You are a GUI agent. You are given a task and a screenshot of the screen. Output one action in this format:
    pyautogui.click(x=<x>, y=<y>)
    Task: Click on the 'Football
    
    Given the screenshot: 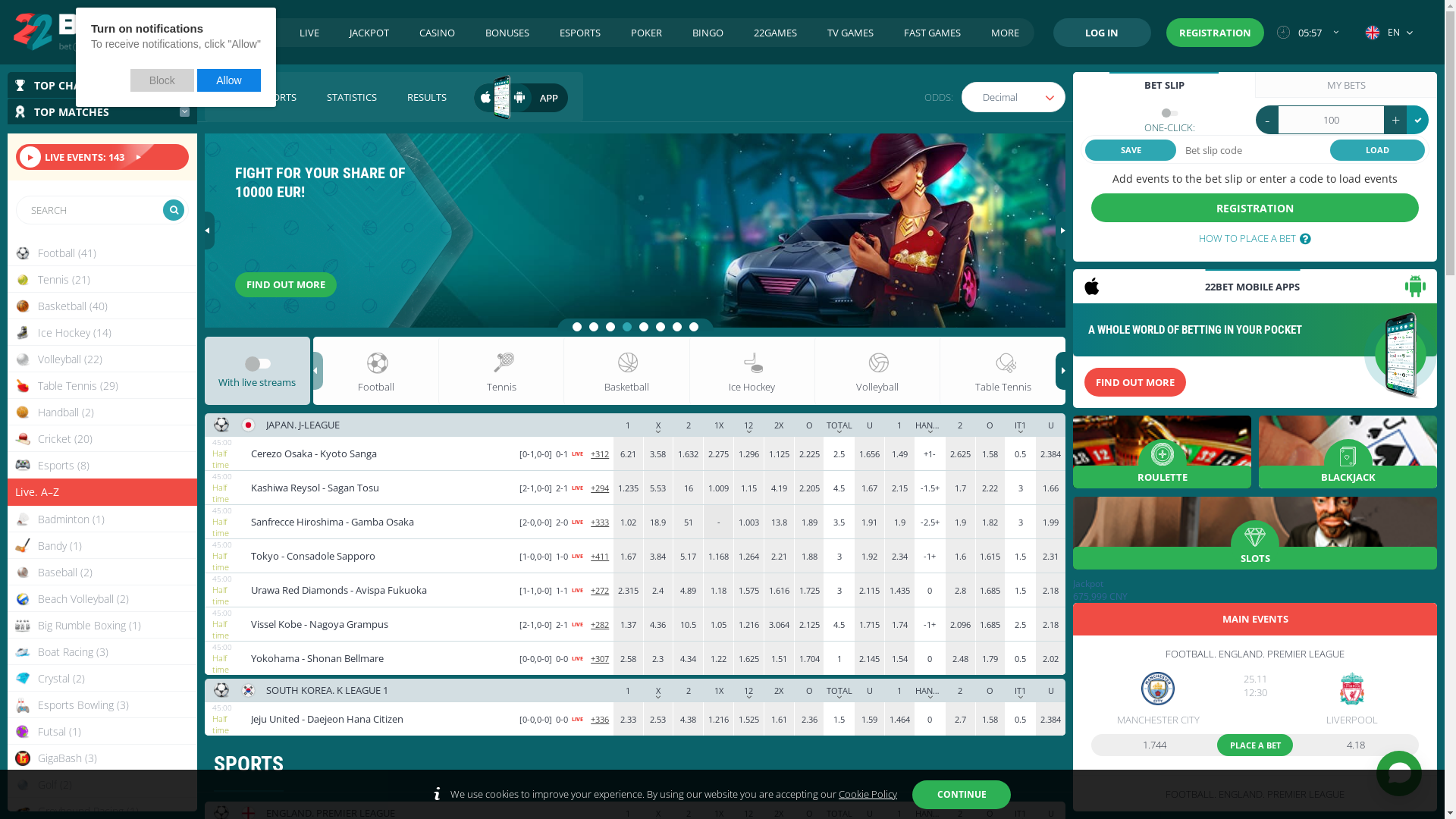 What is the action you would take?
    pyautogui.click(x=101, y=252)
    